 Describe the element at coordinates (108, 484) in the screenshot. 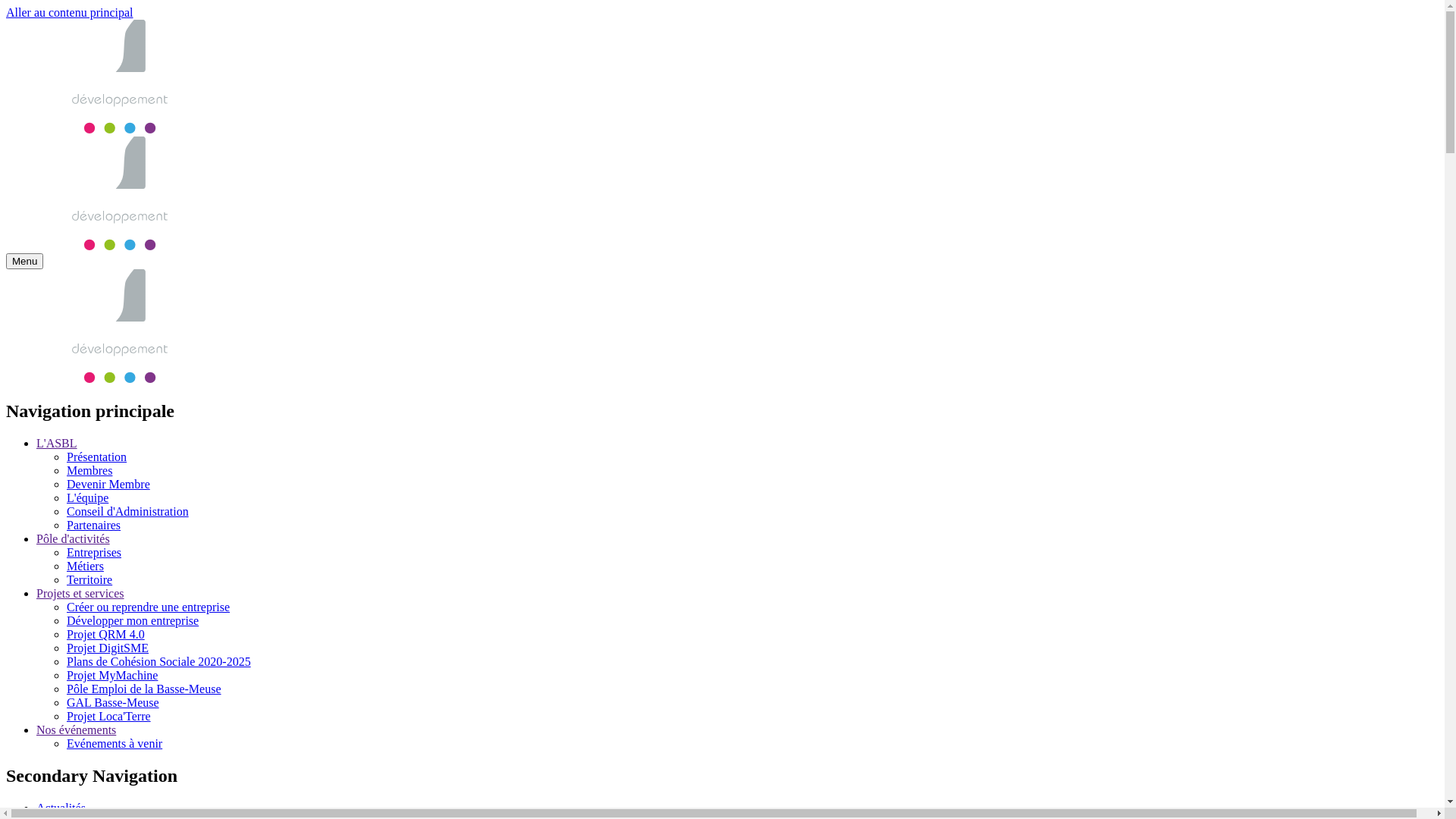

I see `'Devenir Membre'` at that location.